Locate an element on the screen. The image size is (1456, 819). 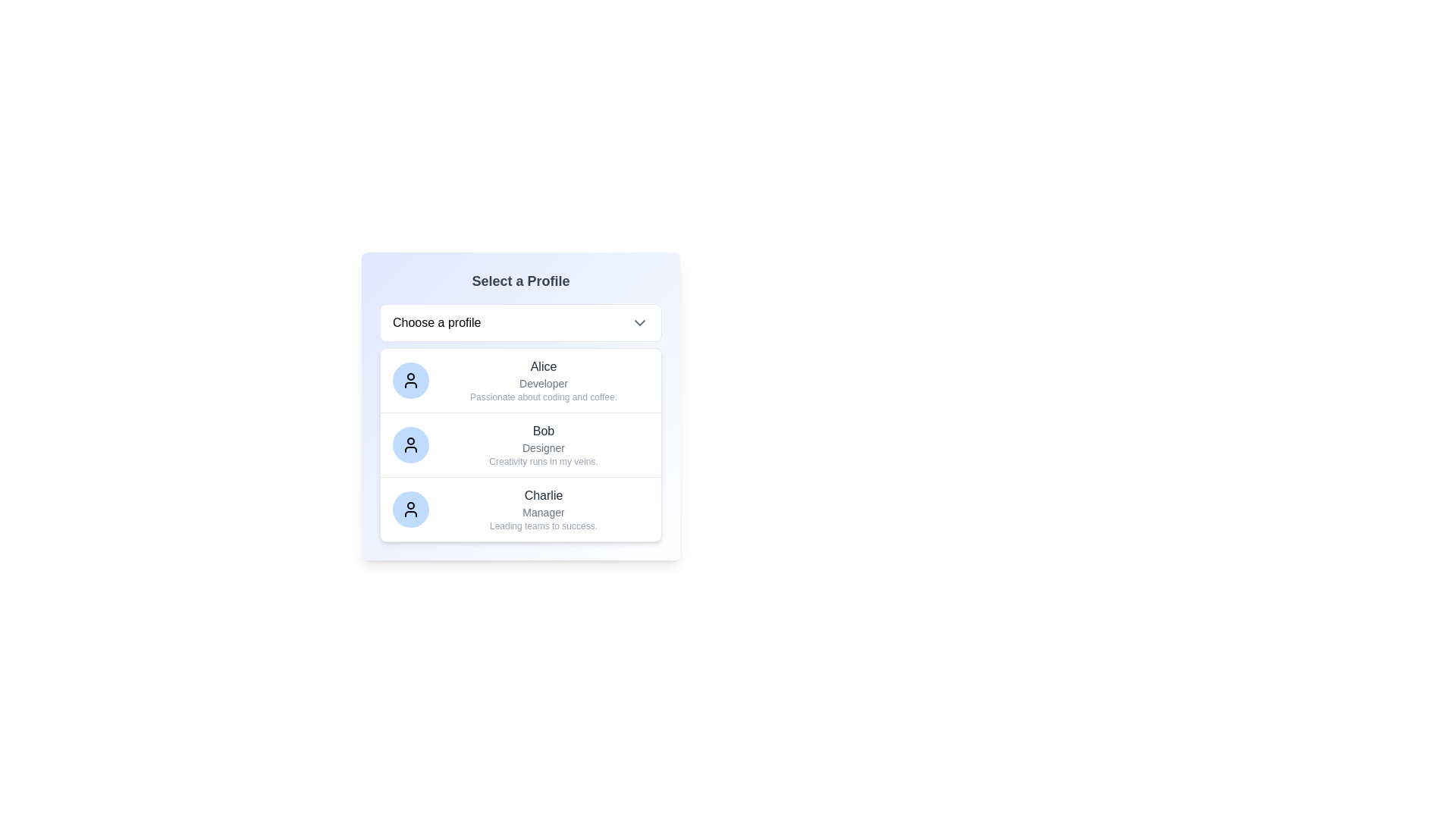
the Profile Card representing user 'Bob', which is the second item in the list of profile cards is located at coordinates (520, 444).